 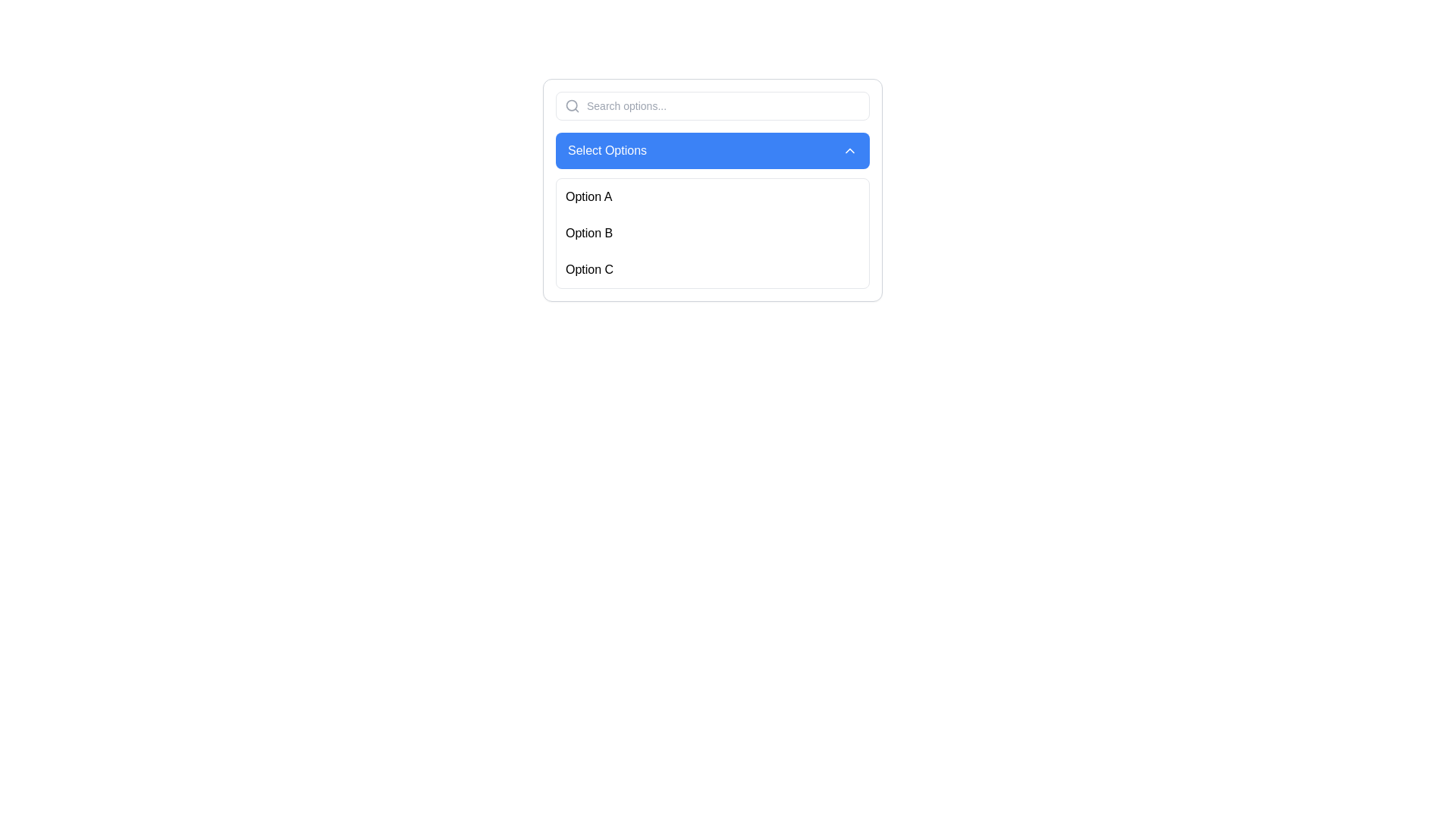 I want to click on to select one of the options from the dropdown list containing 'Option A', 'Option B', and 'Option C', which is the third section below the blue button labeled 'Select Options', so click(x=712, y=234).